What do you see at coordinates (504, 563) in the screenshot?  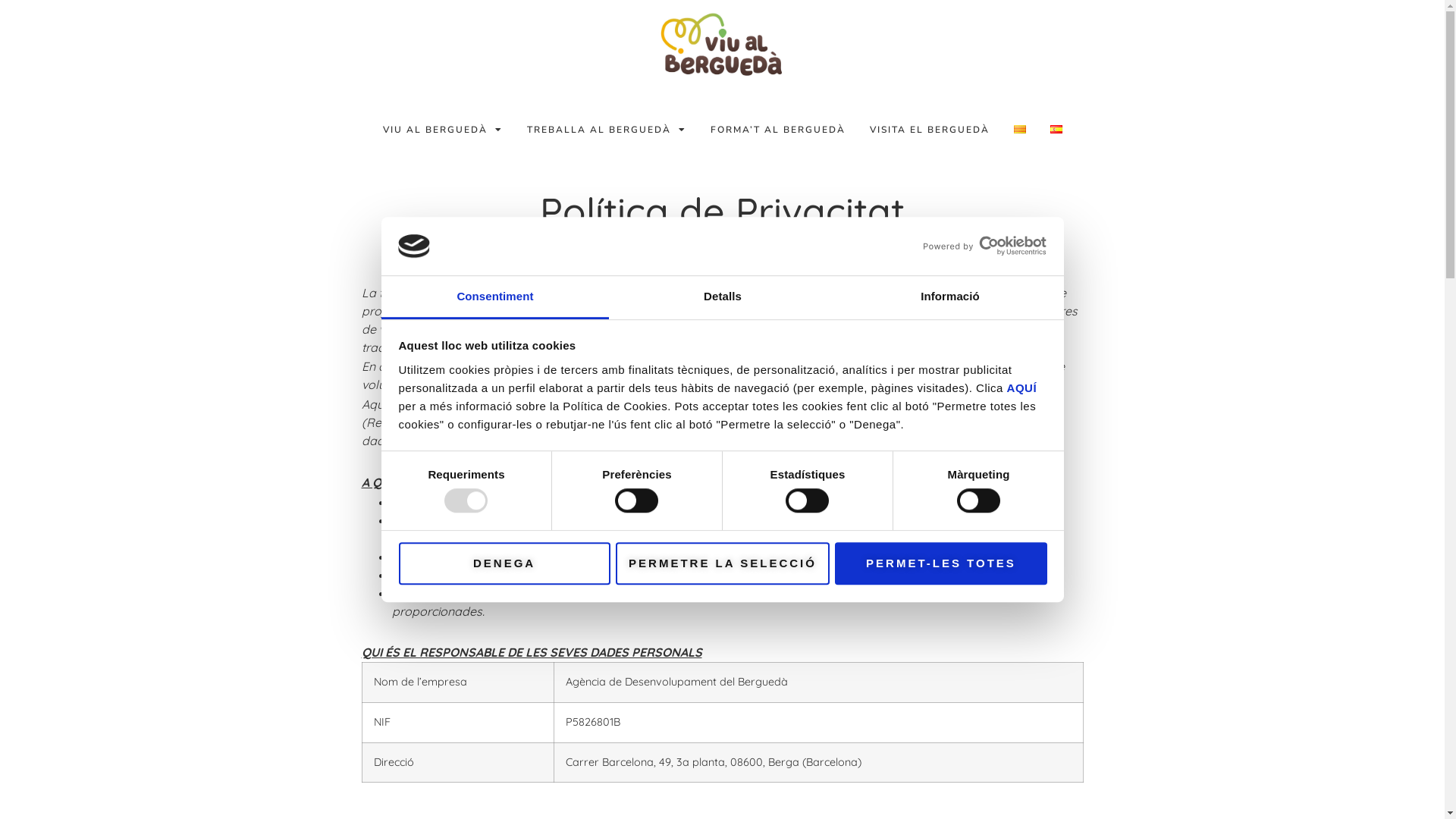 I see `'DENEGA'` at bounding box center [504, 563].